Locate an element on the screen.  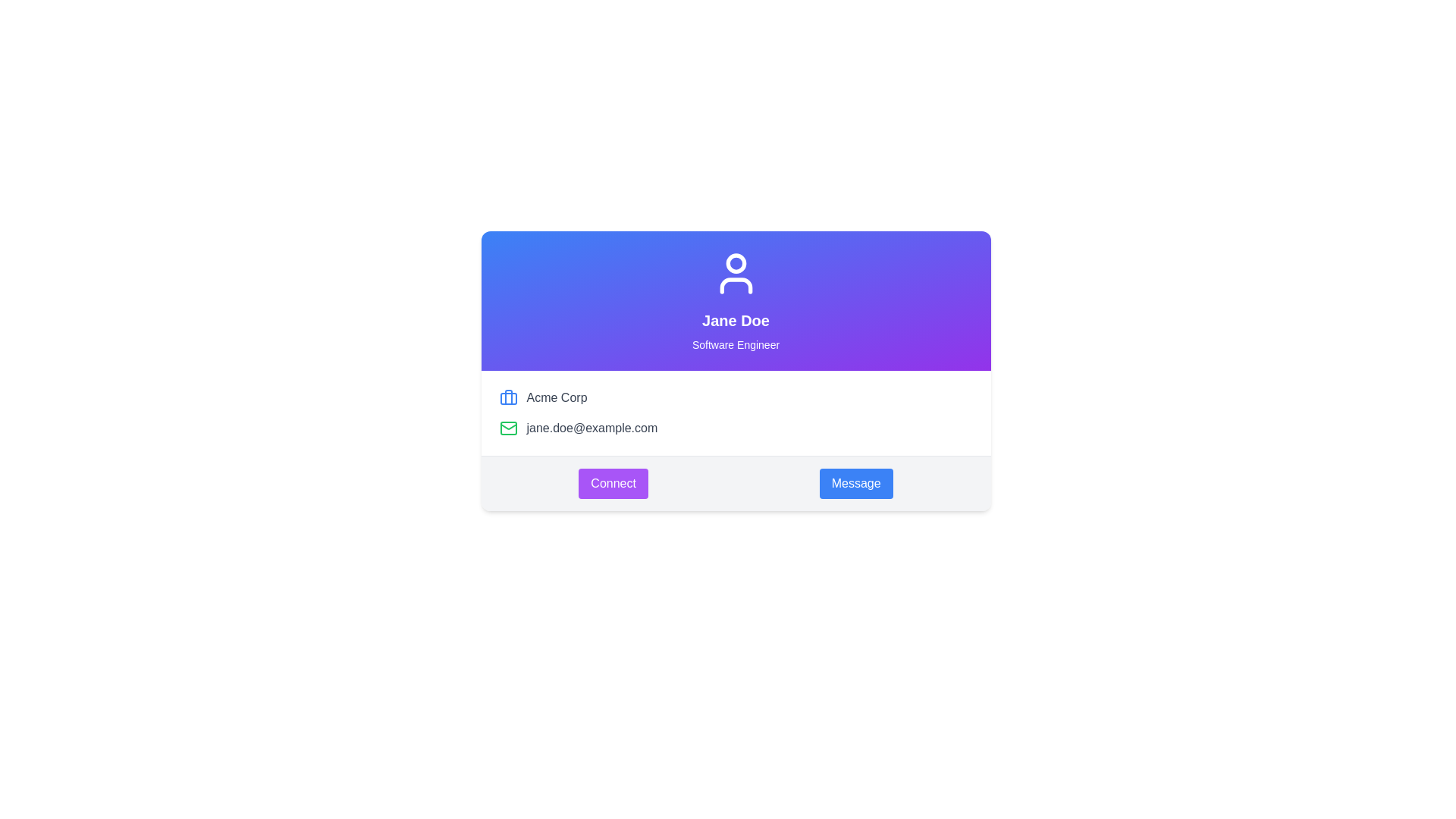
the 'Connect' button with a purple background and white text at the bottom left corner of the section is located at coordinates (613, 483).